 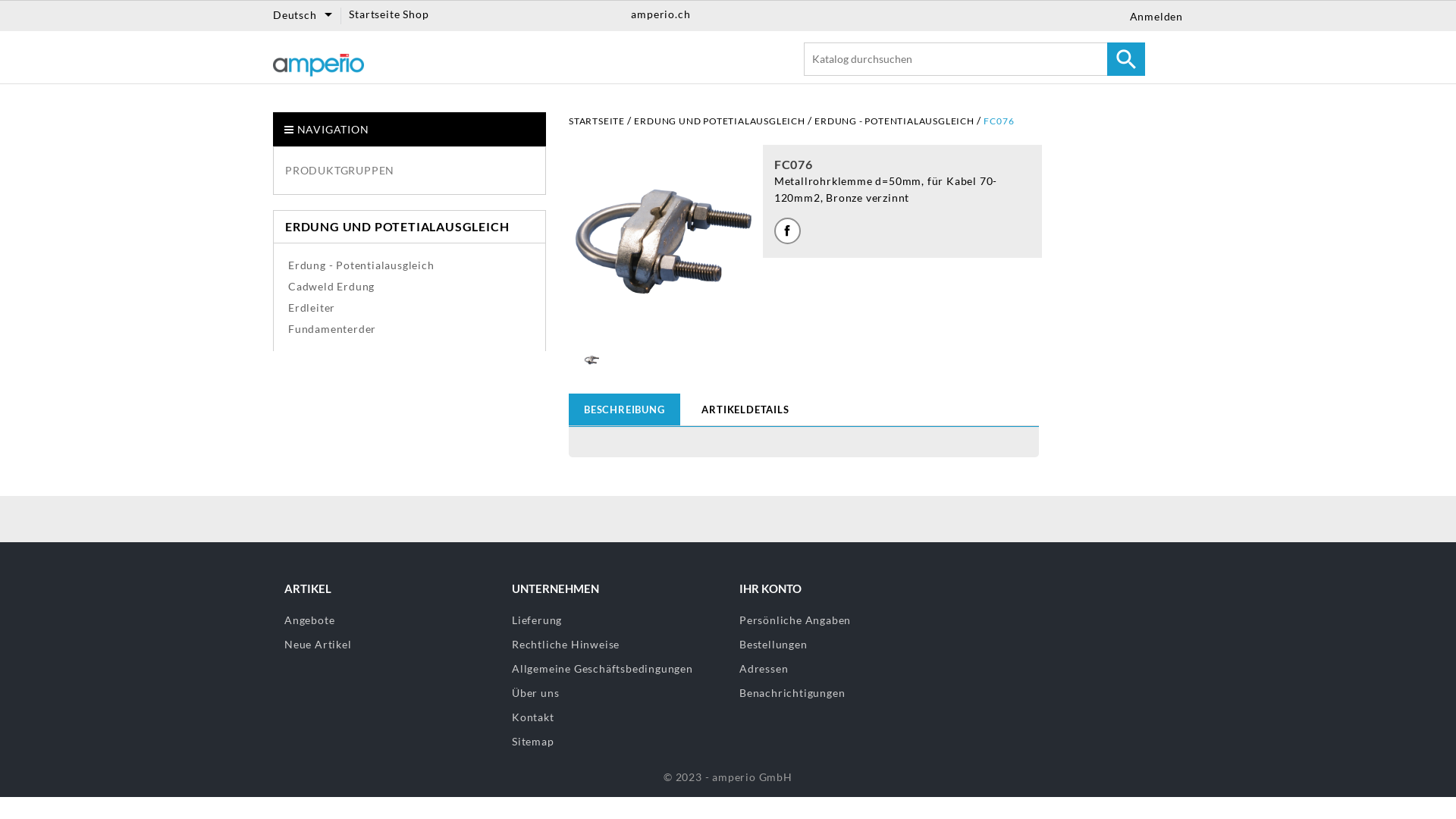 What do you see at coordinates (983, 120) in the screenshot?
I see `'FC076'` at bounding box center [983, 120].